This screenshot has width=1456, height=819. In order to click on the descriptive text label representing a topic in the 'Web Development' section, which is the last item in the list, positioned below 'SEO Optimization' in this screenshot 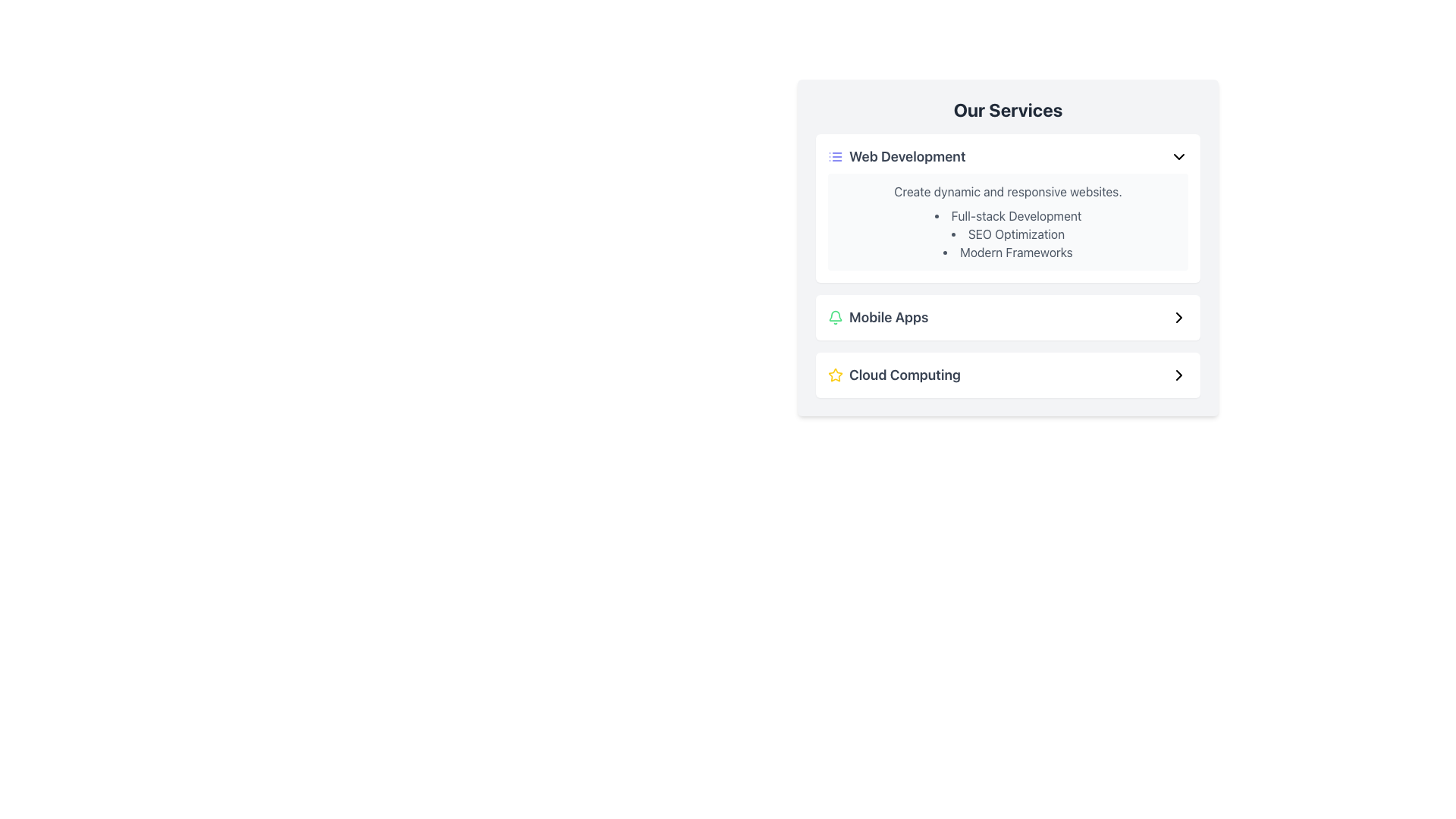, I will do `click(1008, 251)`.